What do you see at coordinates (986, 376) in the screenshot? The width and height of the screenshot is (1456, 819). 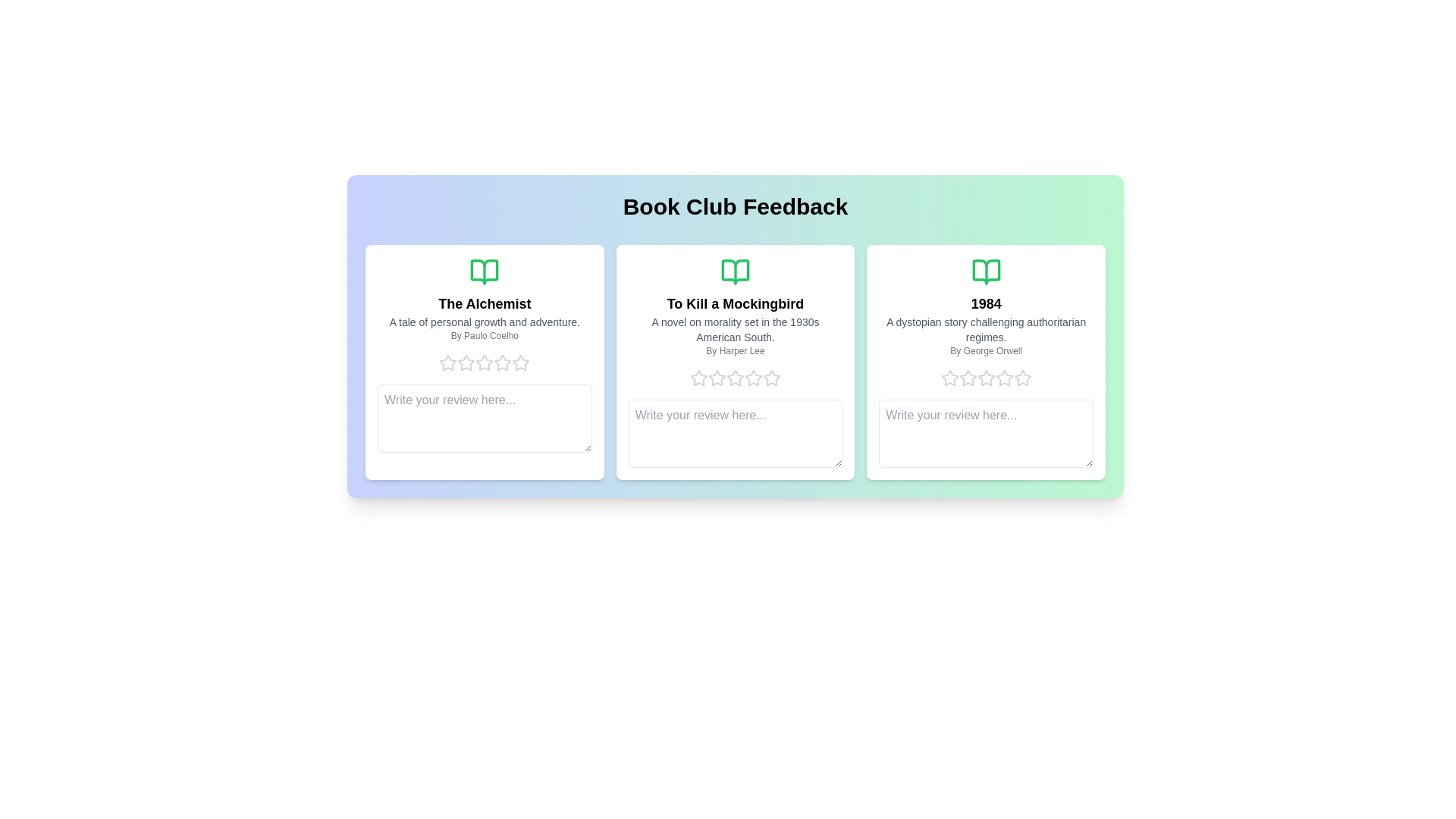 I see `the second star icon in the row of star ratings below the text '1984' to rate it` at bounding box center [986, 376].